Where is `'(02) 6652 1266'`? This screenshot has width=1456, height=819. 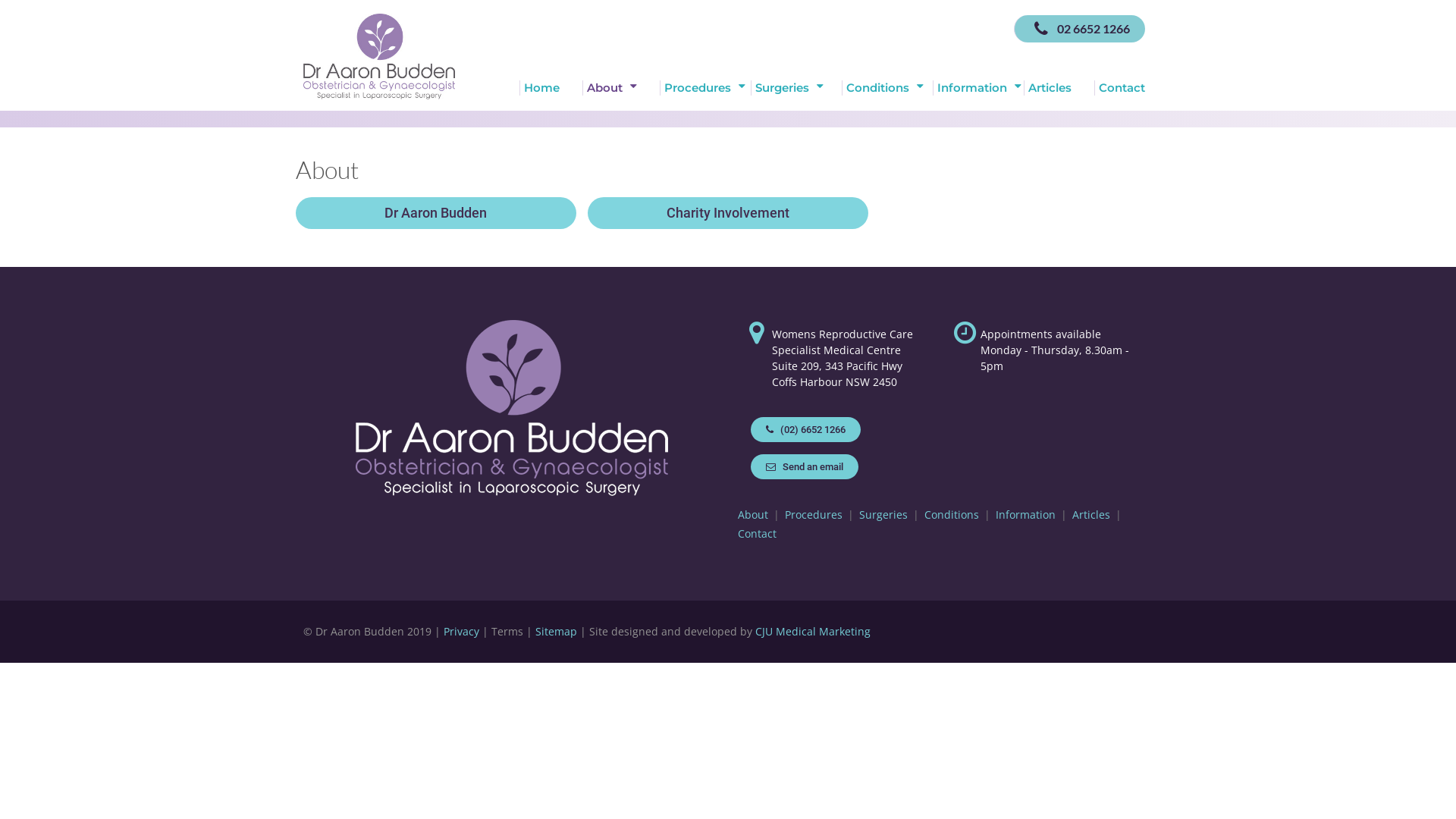 '(02) 6652 1266' is located at coordinates (805, 429).